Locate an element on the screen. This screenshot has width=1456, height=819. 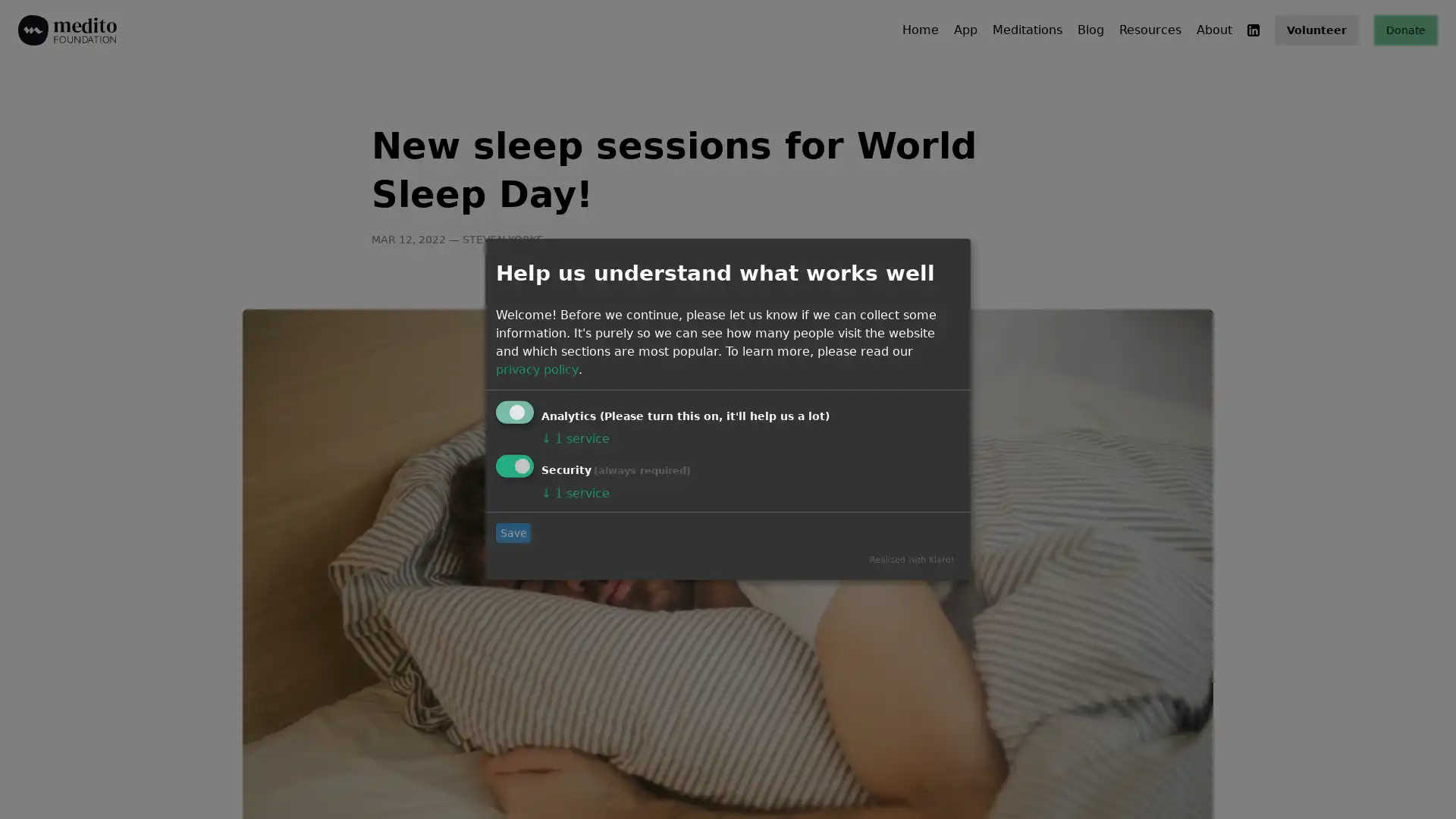
Donate is located at coordinates (1404, 30).